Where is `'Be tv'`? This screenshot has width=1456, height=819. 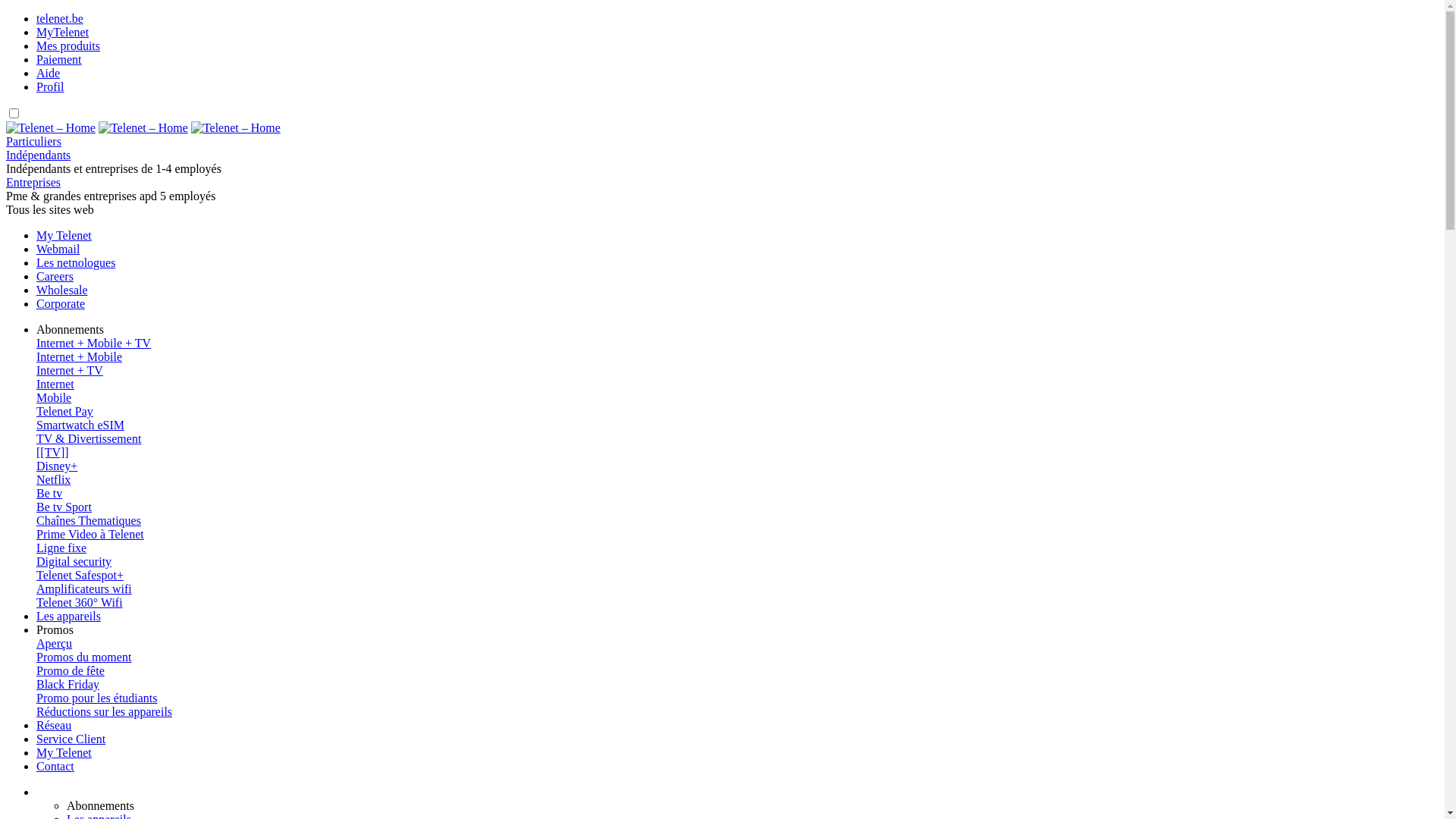
'Be tv' is located at coordinates (49, 493).